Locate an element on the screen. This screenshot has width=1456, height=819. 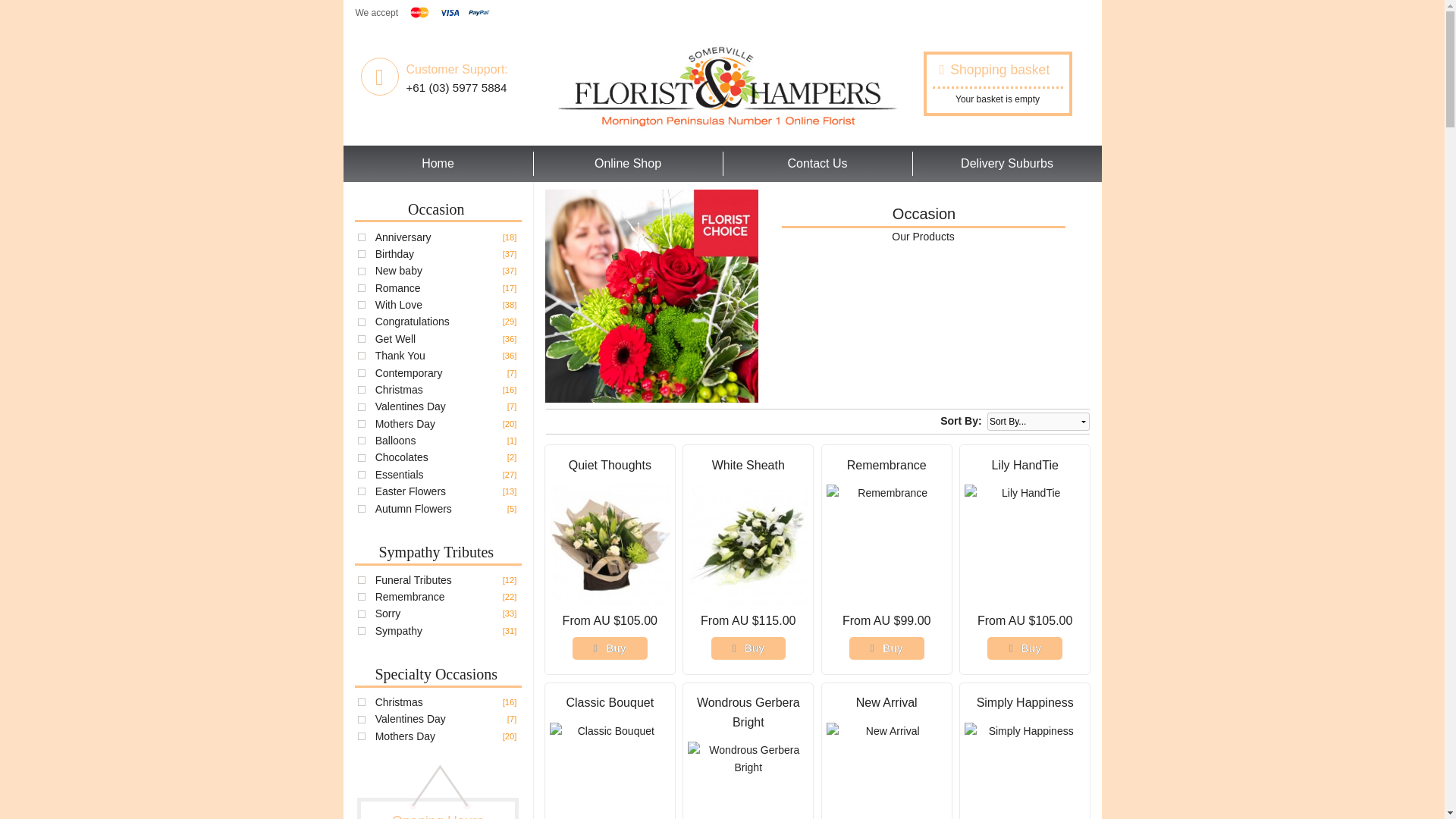
'Contact Us' is located at coordinates (817, 164).